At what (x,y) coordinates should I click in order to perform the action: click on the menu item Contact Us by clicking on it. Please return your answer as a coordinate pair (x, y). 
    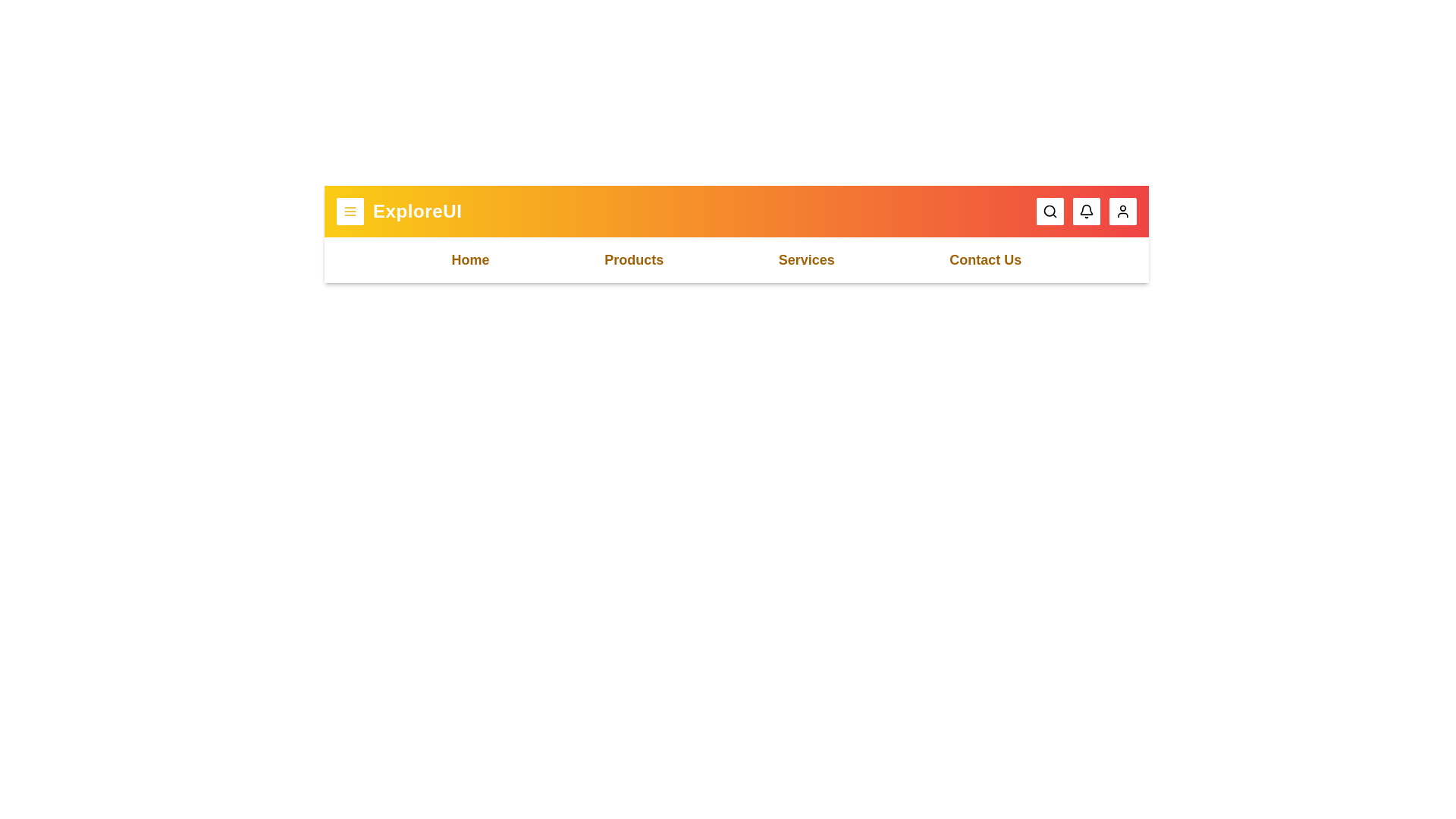
    Looking at the image, I should click on (985, 259).